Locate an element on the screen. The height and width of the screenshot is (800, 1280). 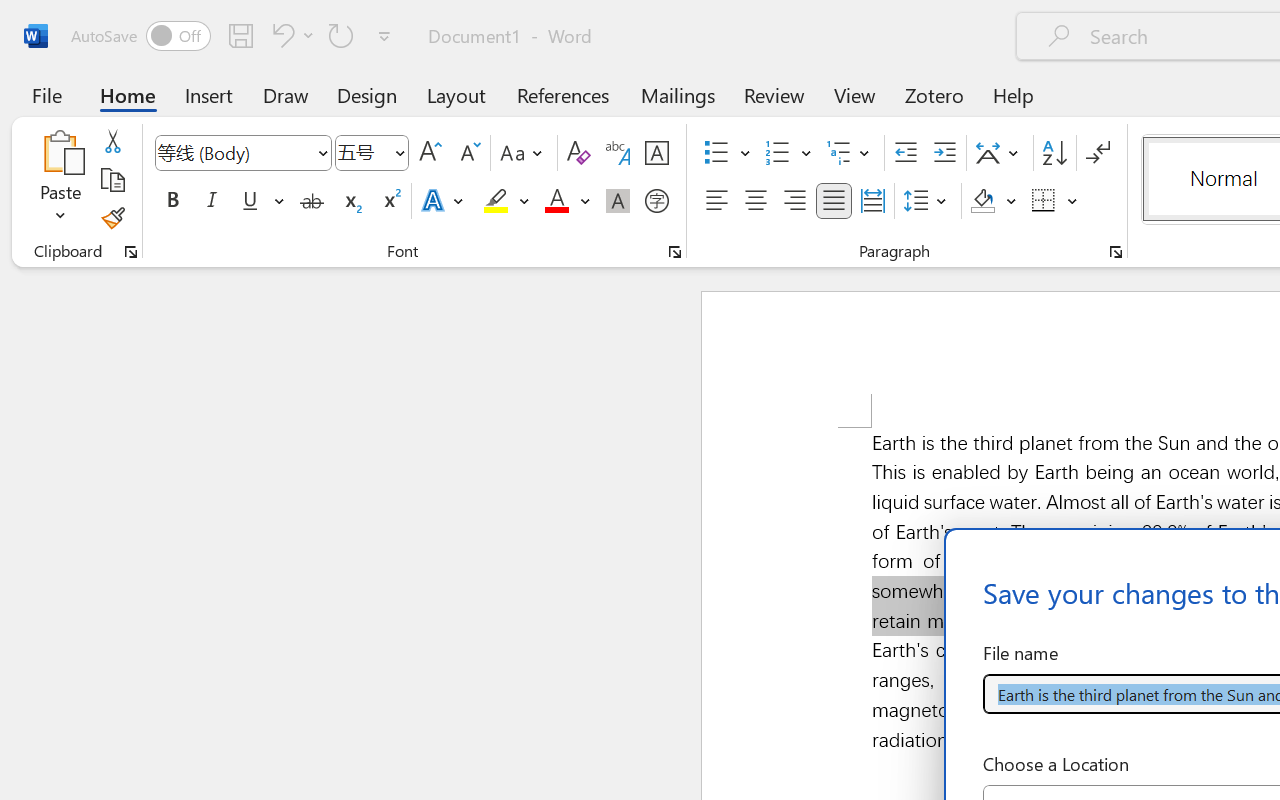
'Bold' is located at coordinates (172, 201).